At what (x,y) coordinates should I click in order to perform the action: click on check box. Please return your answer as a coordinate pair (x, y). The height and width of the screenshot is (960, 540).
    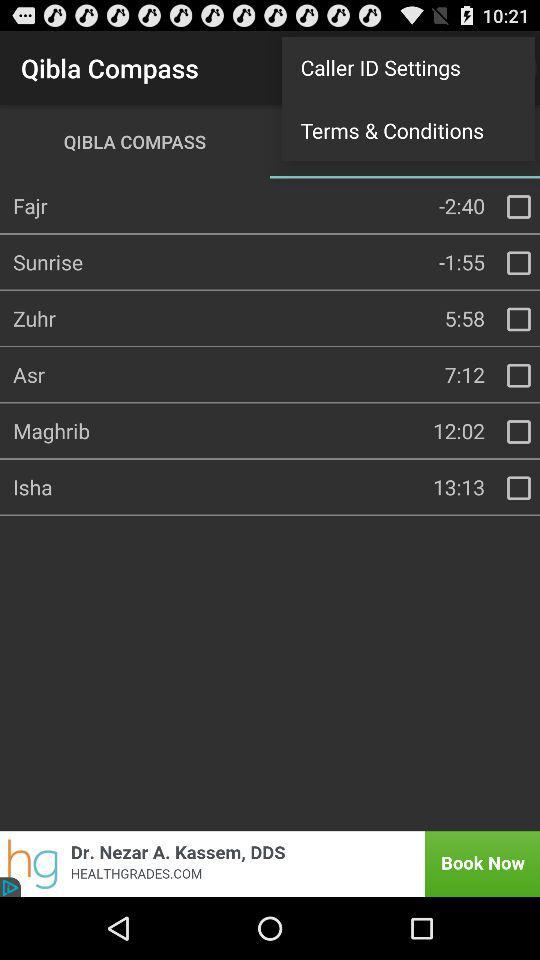
    Looking at the image, I should click on (518, 487).